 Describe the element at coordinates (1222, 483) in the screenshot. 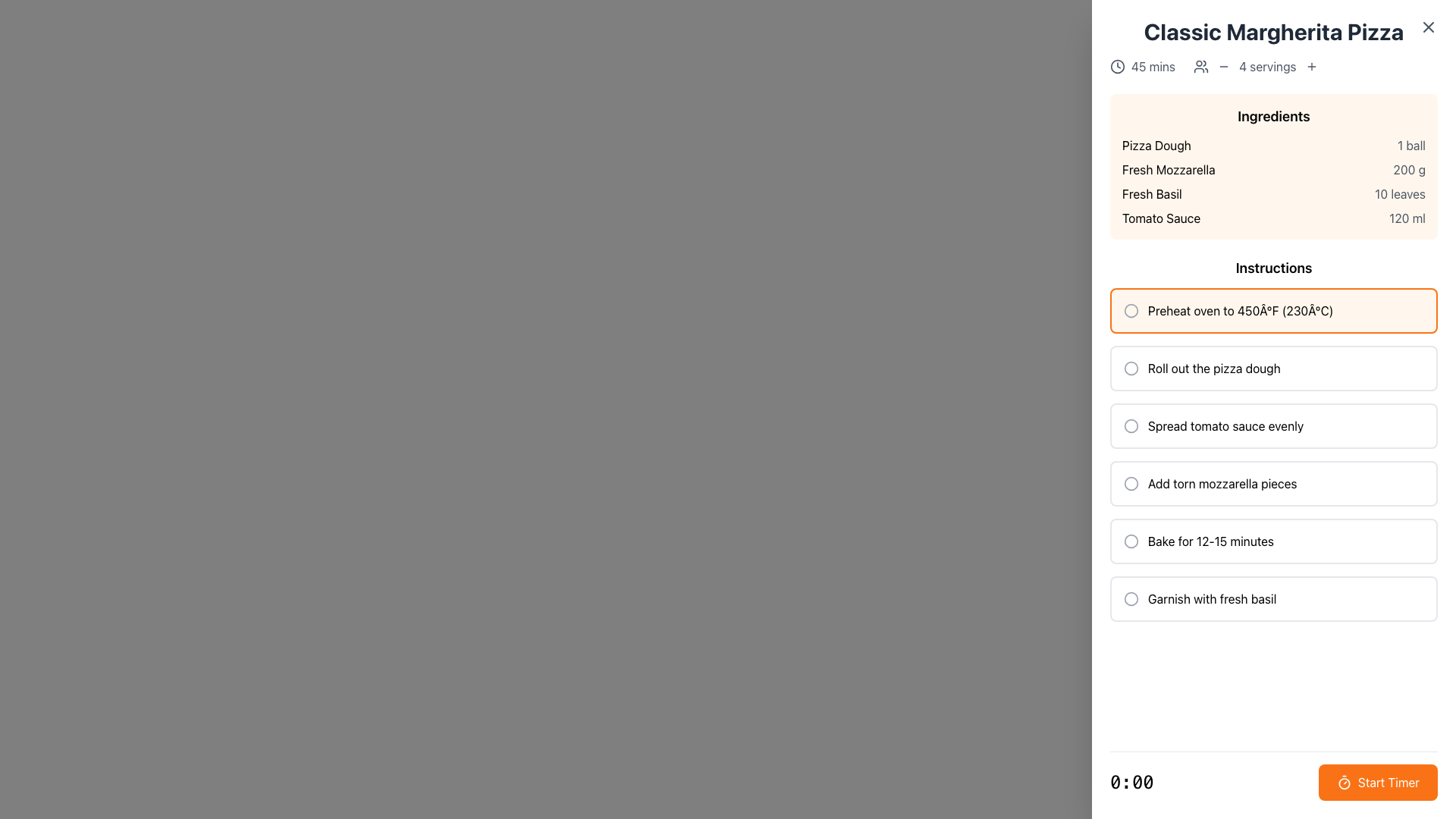

I see `the text element that says 'Add torn mozzarella pieces', which is the fourth item in the instructional list, located in the right column of the user interface` at that location.